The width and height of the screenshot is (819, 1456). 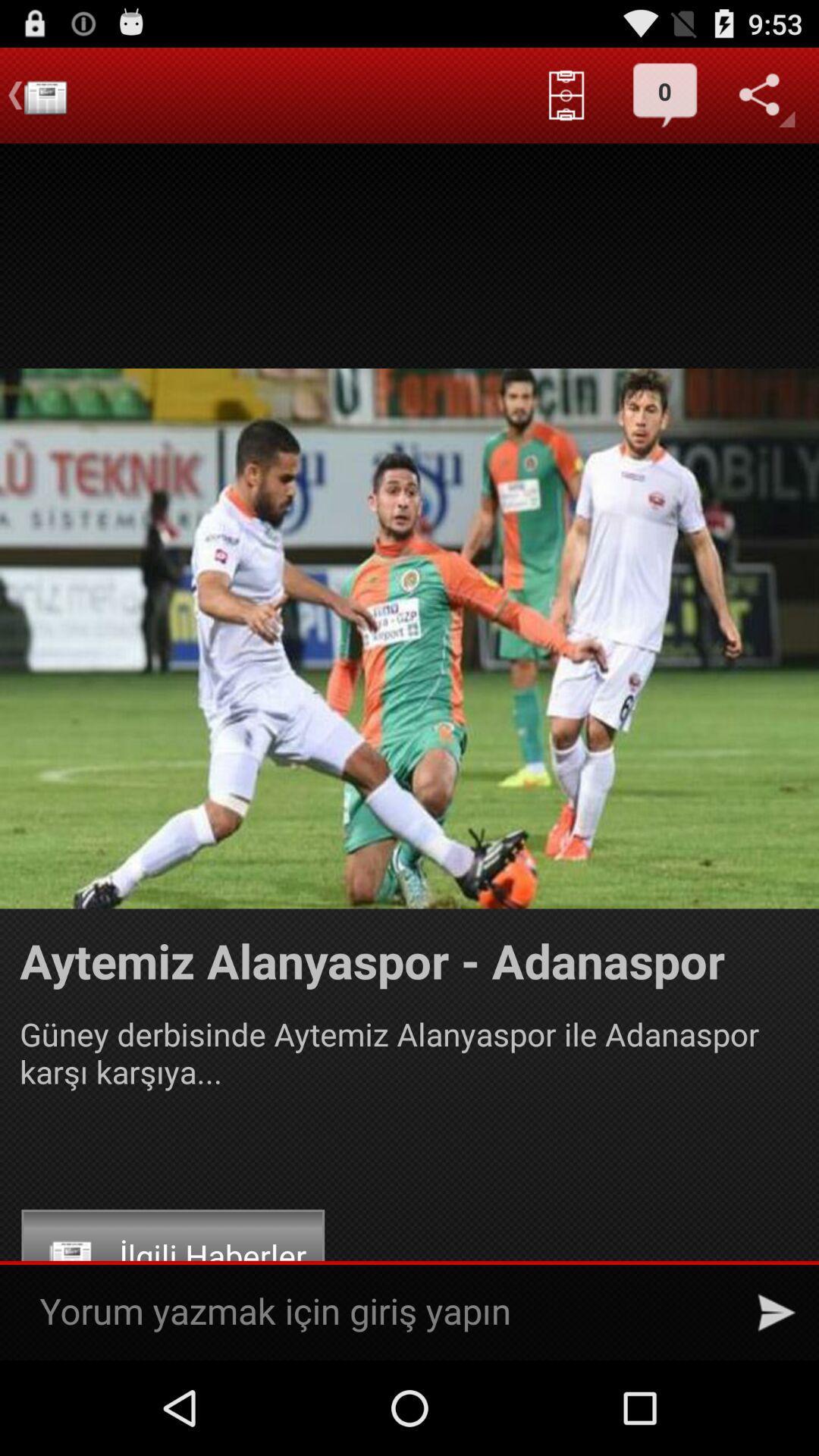 I want to click on the icon at the bottom right corner, so click(x=777, y=1312).